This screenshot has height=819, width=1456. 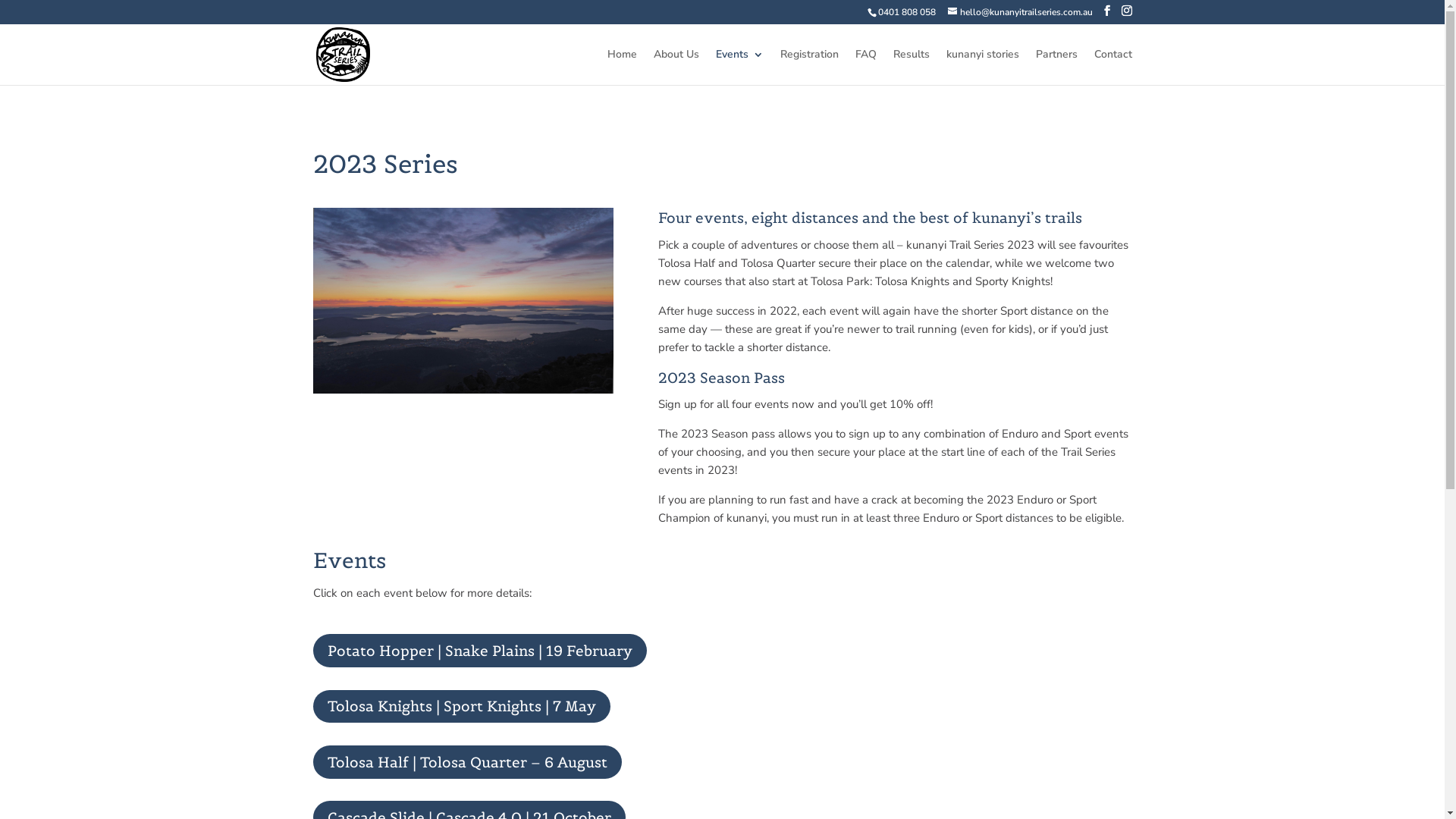 What do you see at coordinates (1056, 66) in the screenshot?
I see `'Partners'` at bounding box center [1056, 66].